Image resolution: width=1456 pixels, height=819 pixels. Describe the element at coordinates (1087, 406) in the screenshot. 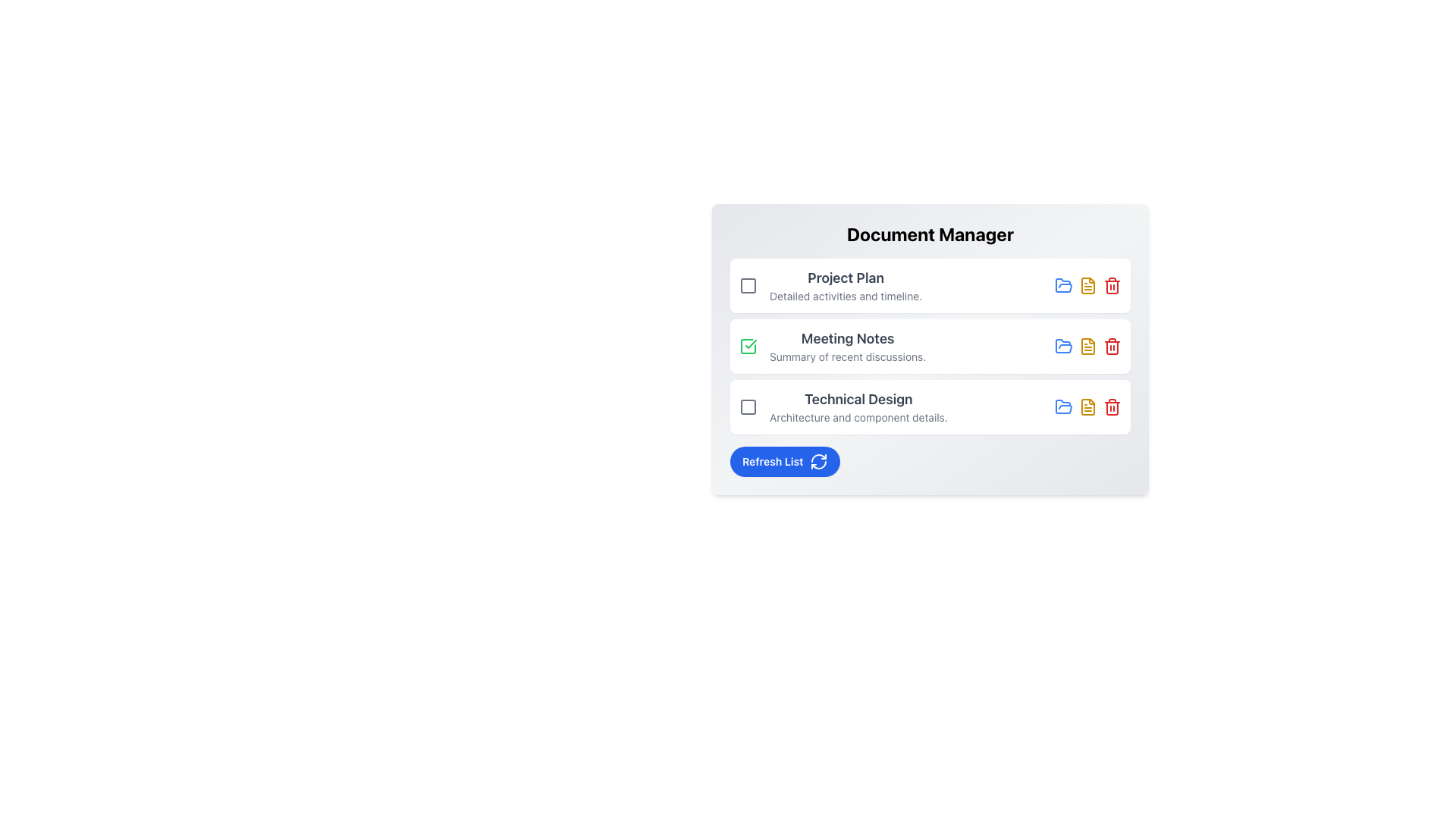

I see `the second interactive icon at the far right of the 'Technical Design' list item` at that location.